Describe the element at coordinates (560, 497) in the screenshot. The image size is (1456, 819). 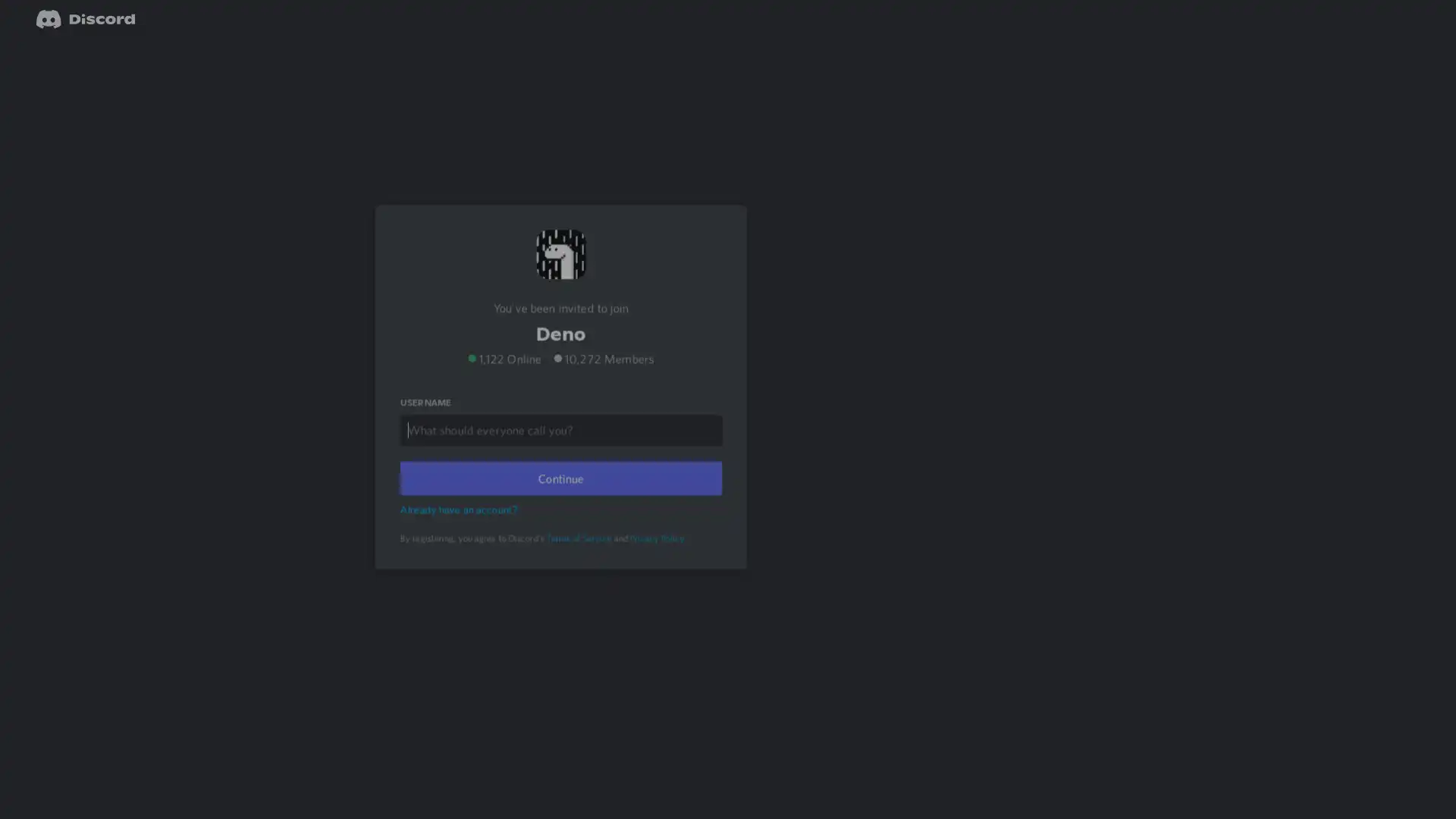
I see `Continue` at that location.